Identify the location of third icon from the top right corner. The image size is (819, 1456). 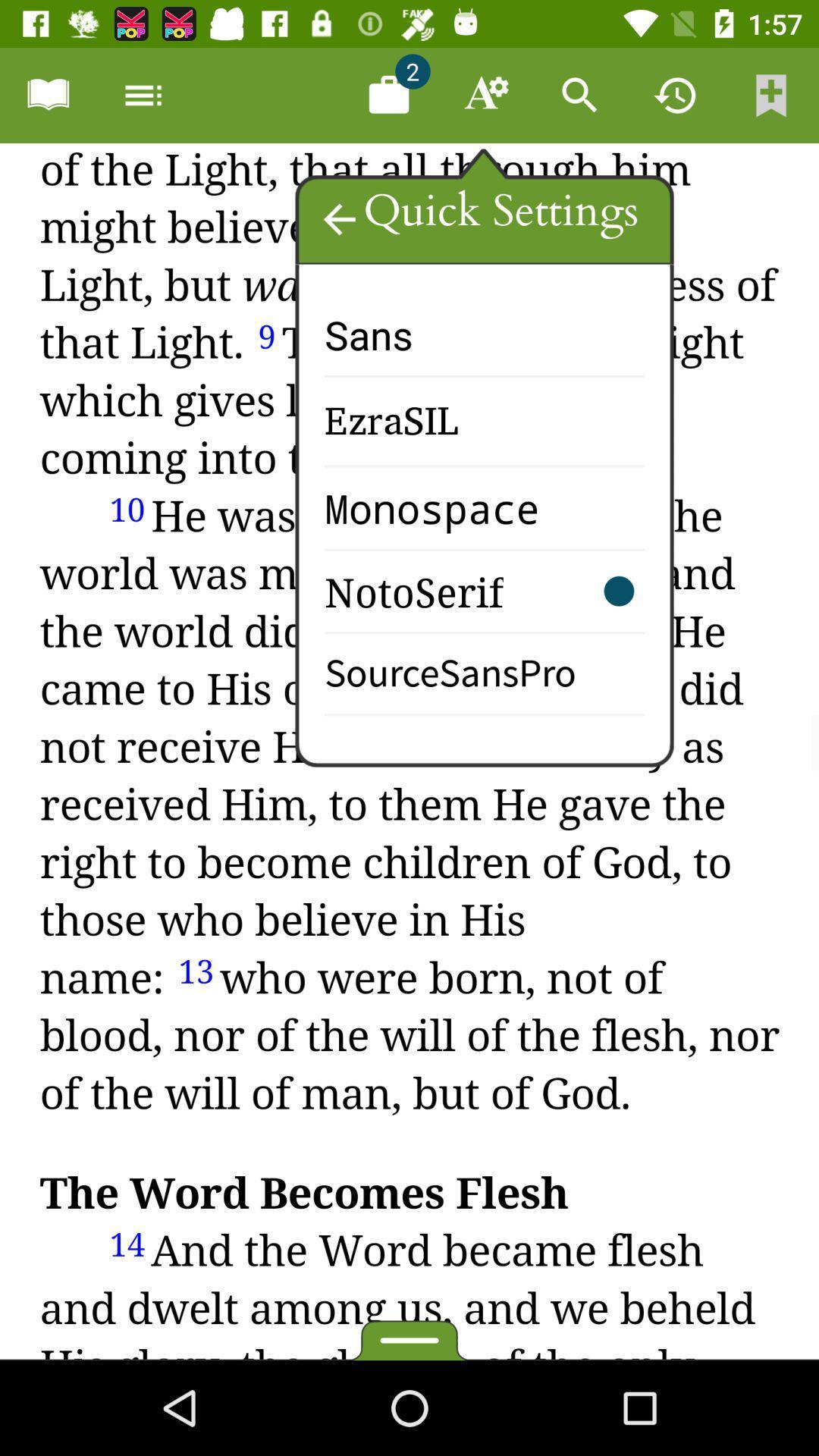
(579, 94).